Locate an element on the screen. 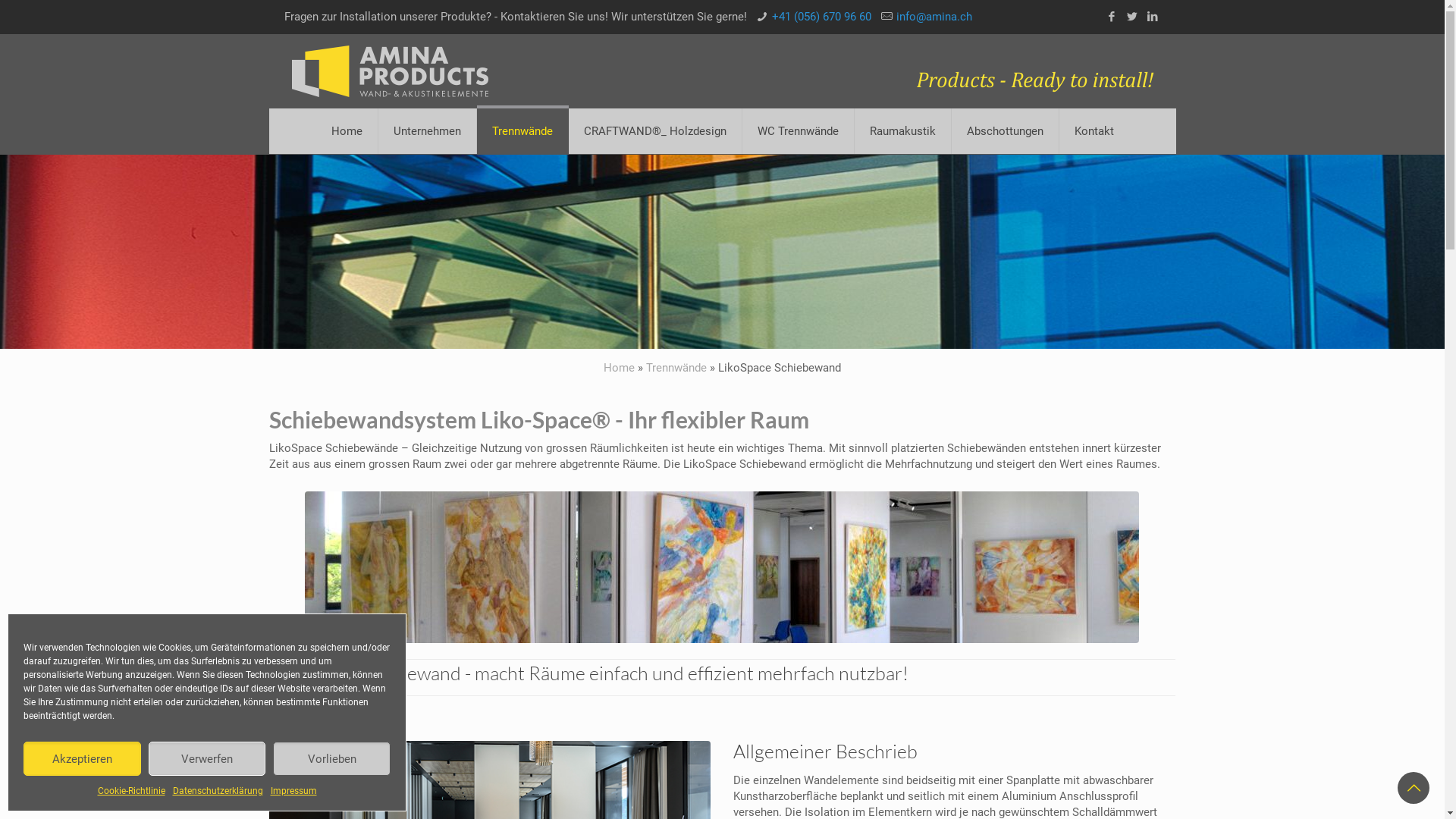 The height and width of the screenshot is (819, 1456). 'Abschottungen' is located at coordinates (1004, 130).